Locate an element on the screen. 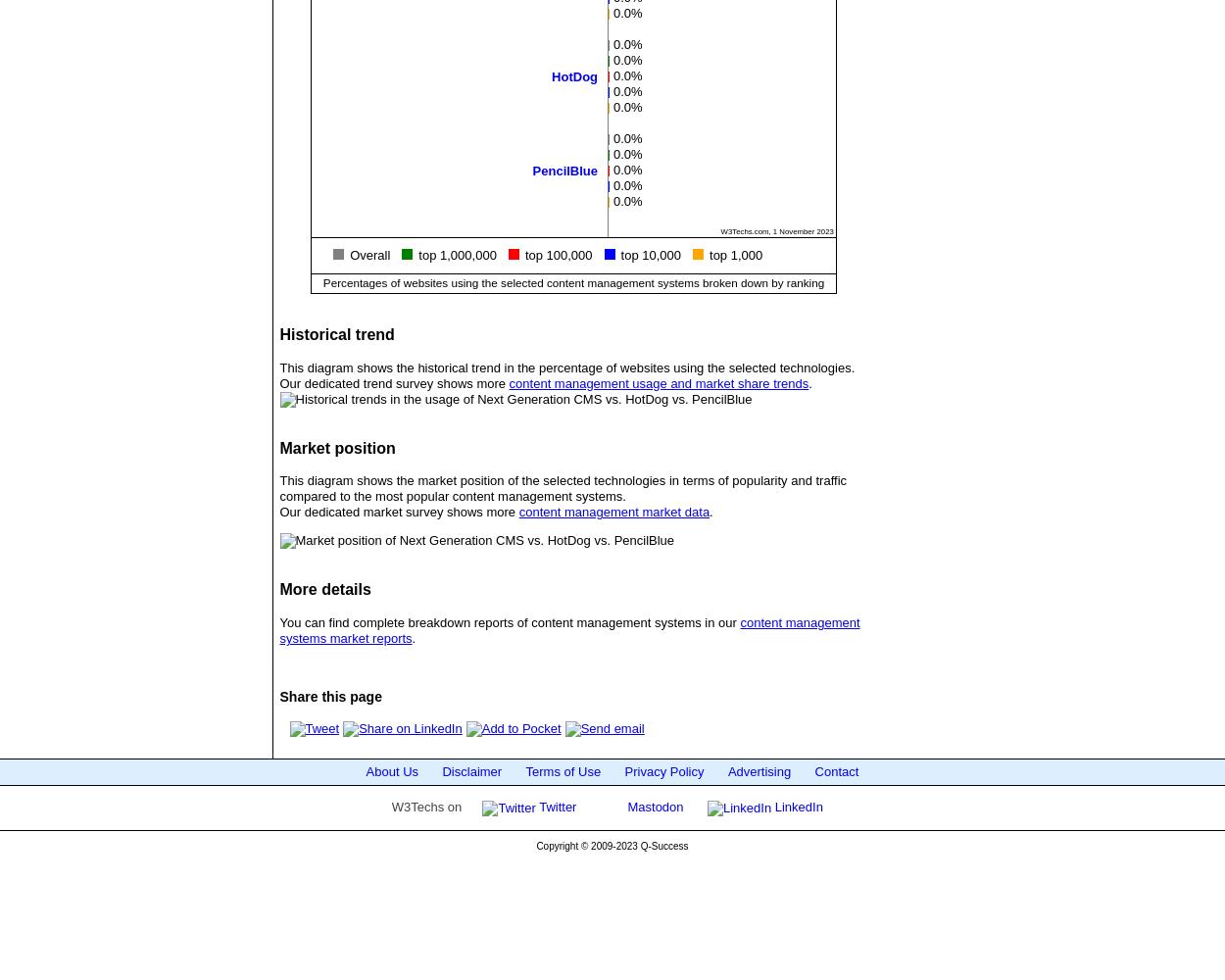  'Advertising' is located at coordinates (759, 771).